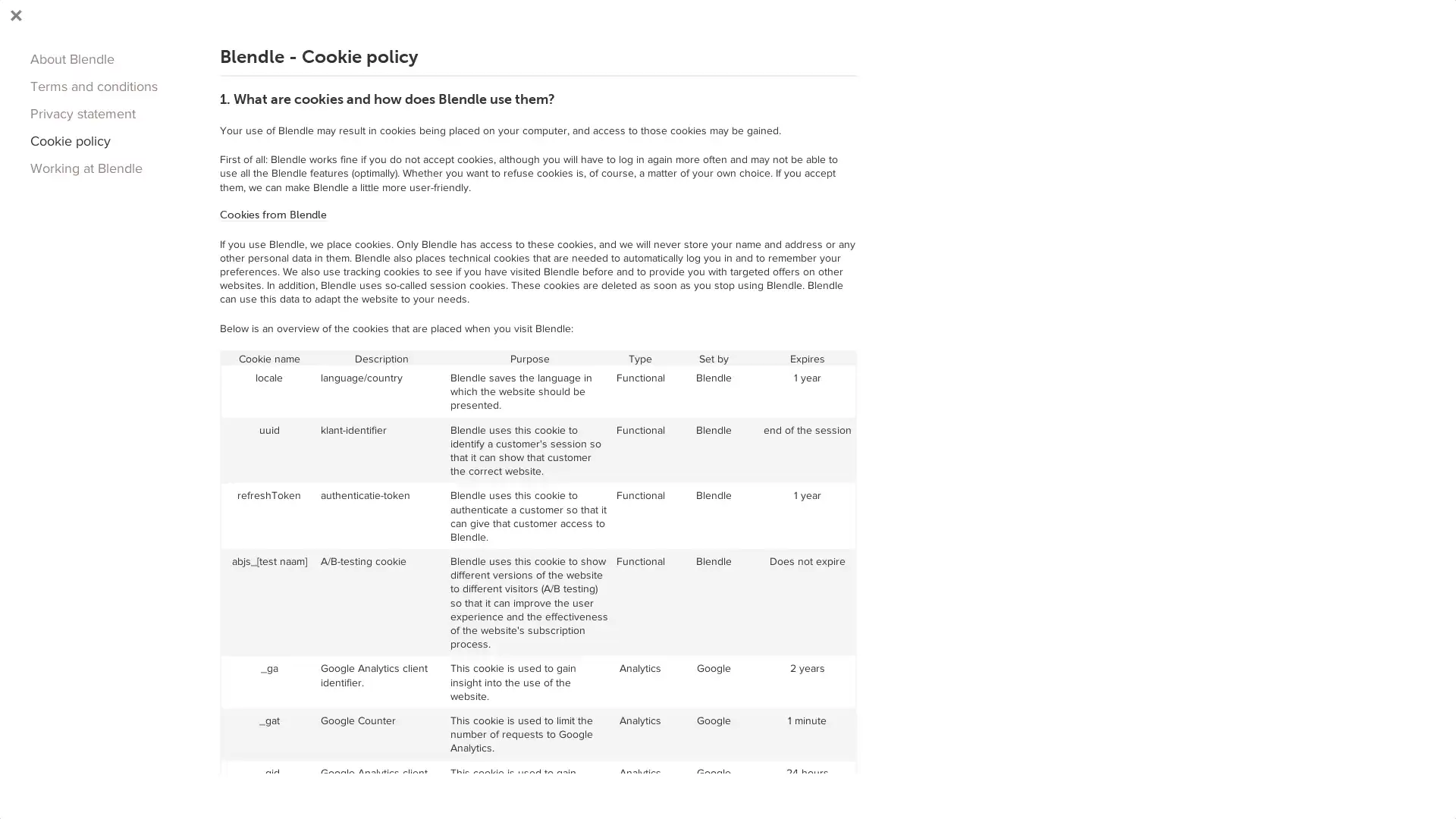 The width and height of the screenshot is (1456, 819). Describe the element at coordinates (976, 780) in the screenshot. I see `No problem!` at that location.